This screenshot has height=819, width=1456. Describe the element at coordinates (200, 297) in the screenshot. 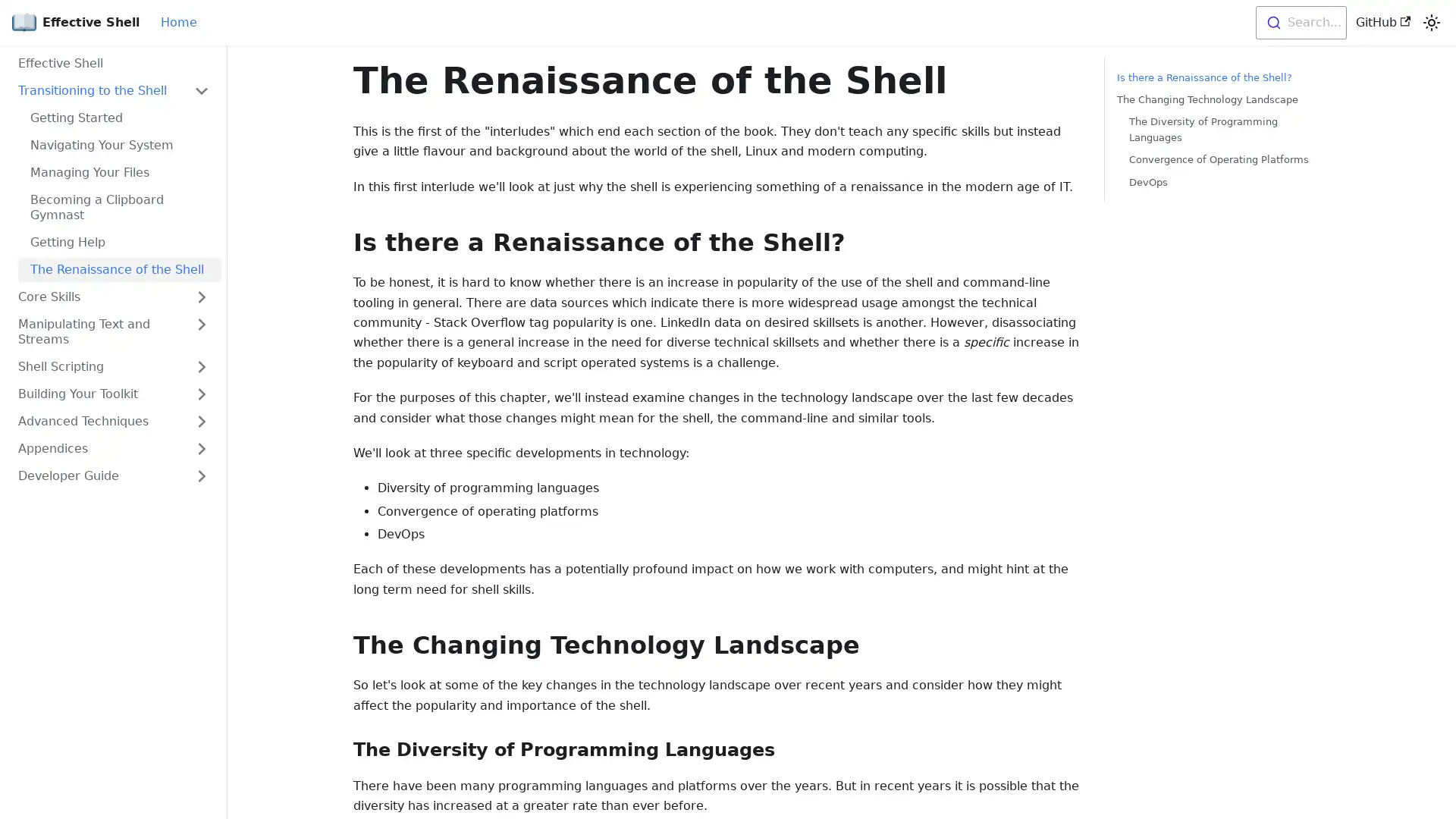

I see `Toggle the collapsible sidebar category 'Core Skills'` at that location.